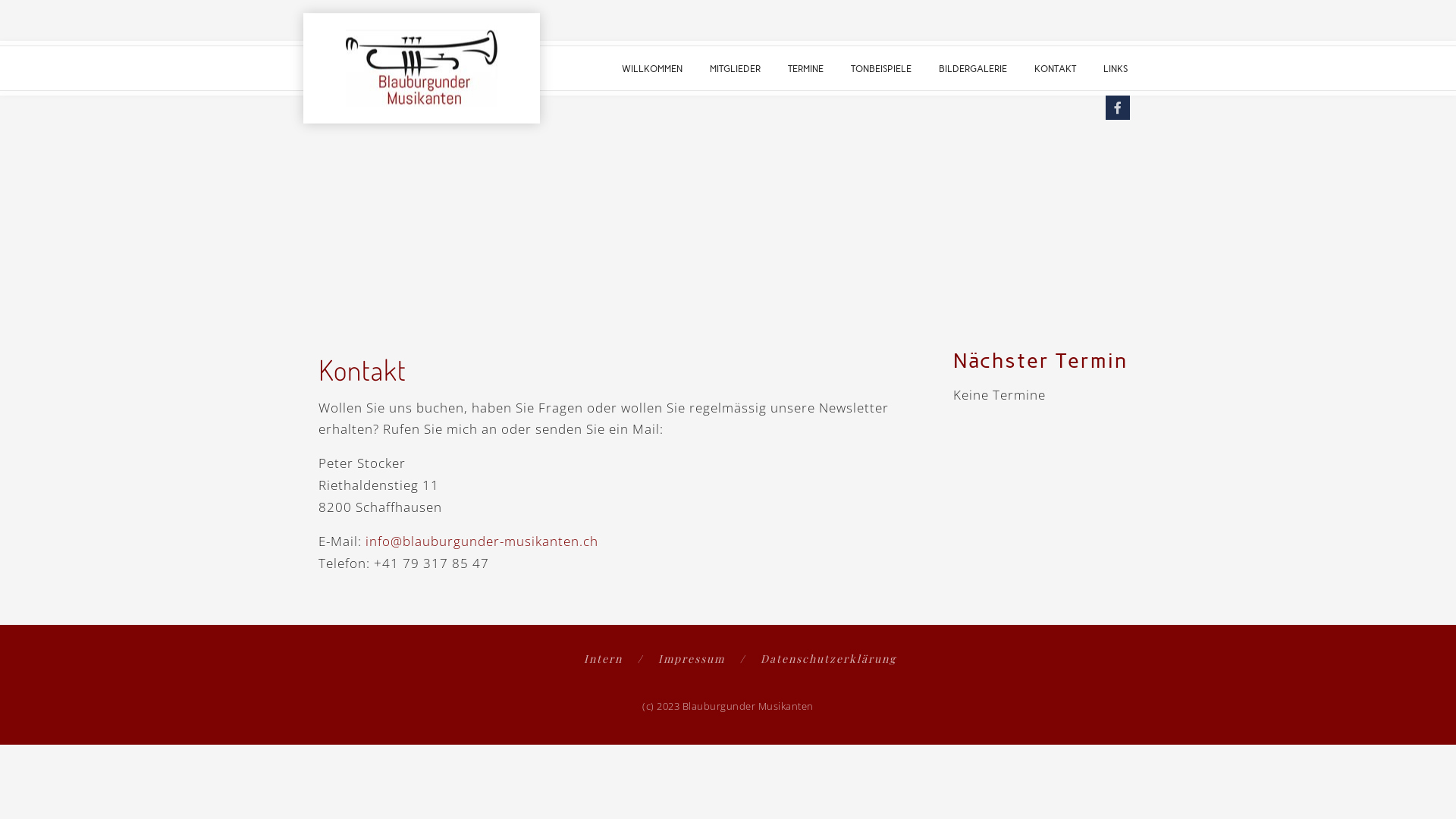 The height and width of the screenshot is (819, 1456). What do you see at coordinates (1054, 67) in the screenshot?
I see `'KONTAKT'` at bounding box center [1054, 67].